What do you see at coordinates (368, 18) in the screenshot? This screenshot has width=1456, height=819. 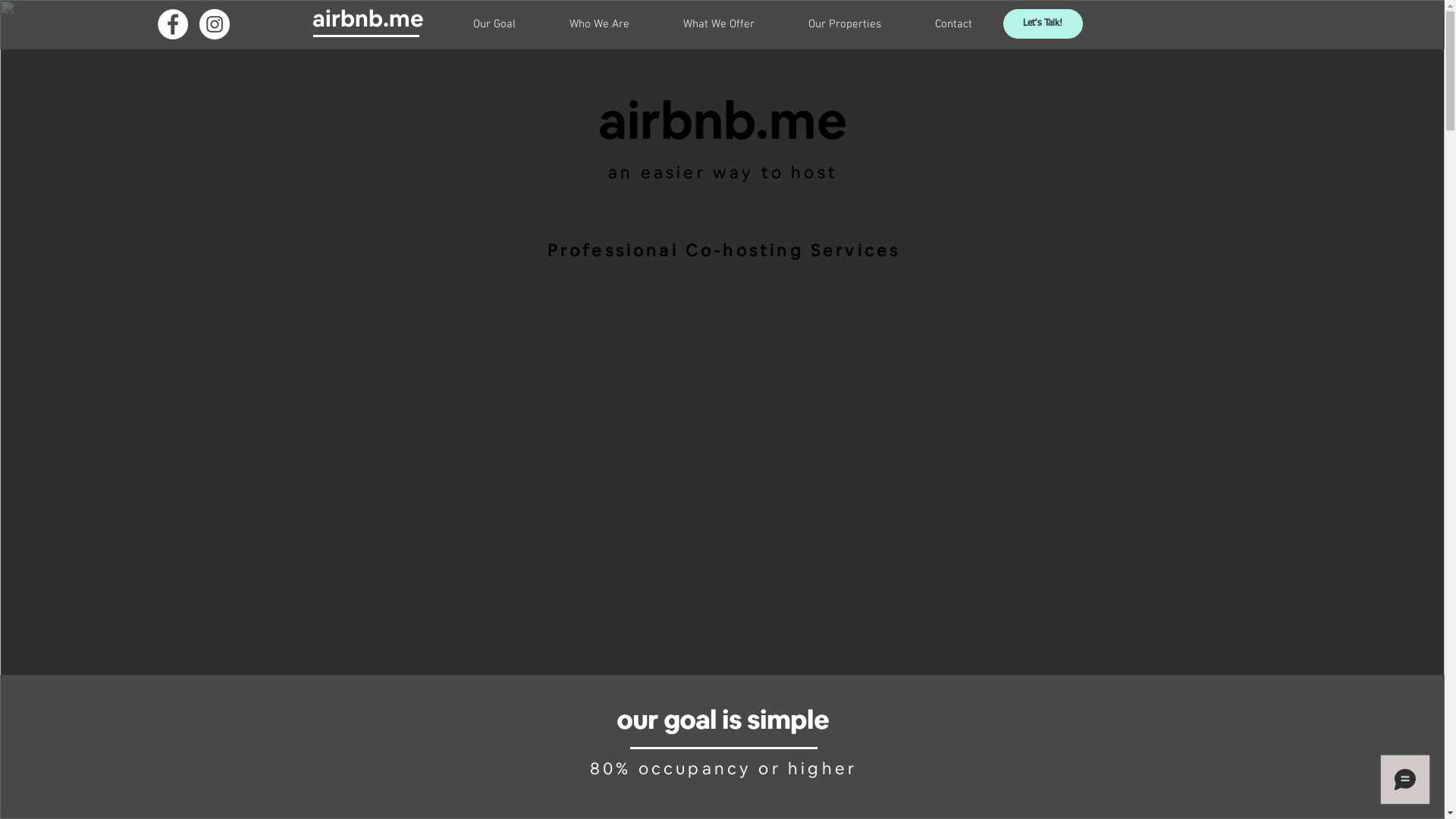 I see `'airbnb.me'` at bounding box center [368, 18].